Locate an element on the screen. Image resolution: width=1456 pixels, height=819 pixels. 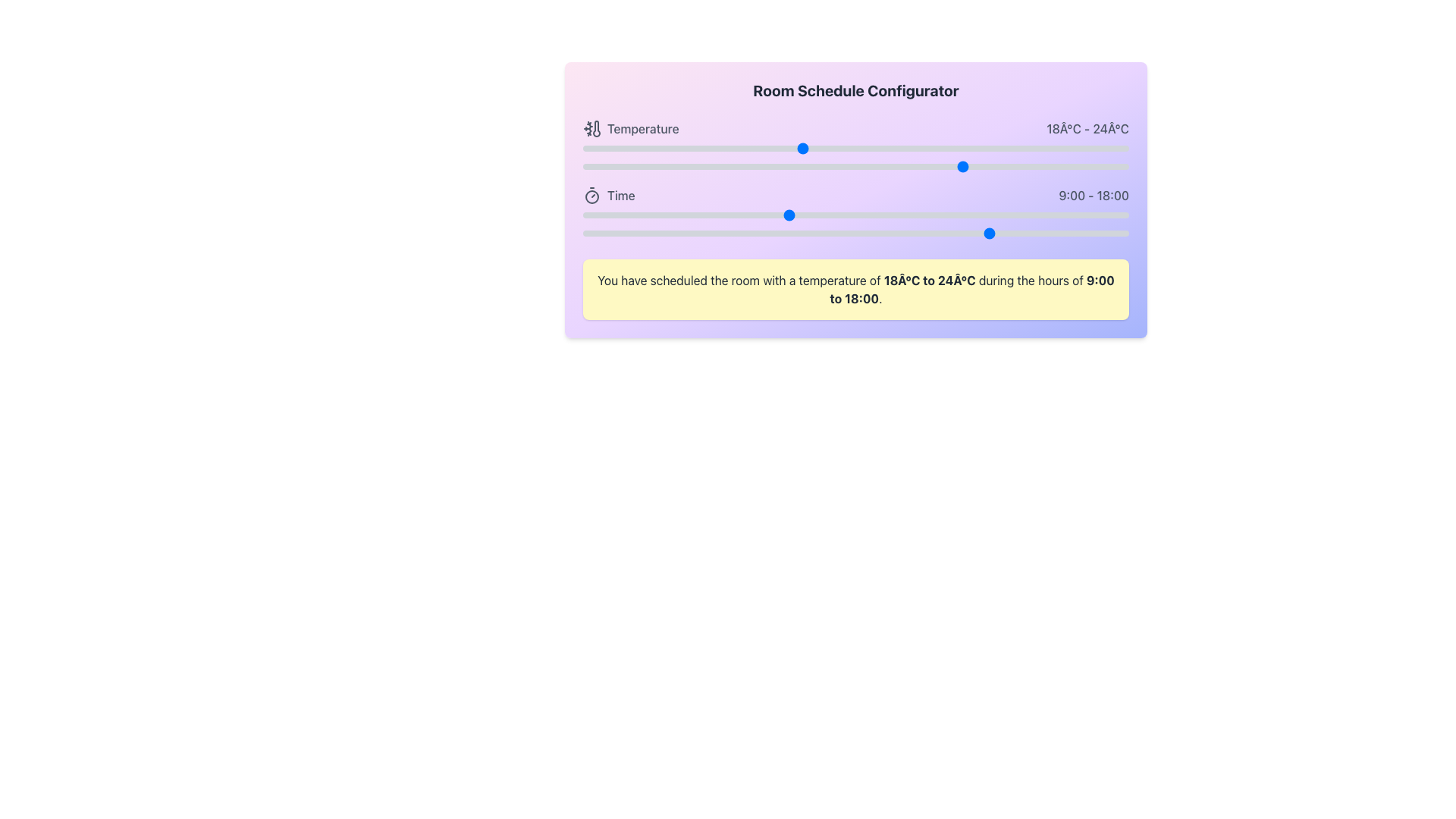
the time is located at coordinates (1106, 215).